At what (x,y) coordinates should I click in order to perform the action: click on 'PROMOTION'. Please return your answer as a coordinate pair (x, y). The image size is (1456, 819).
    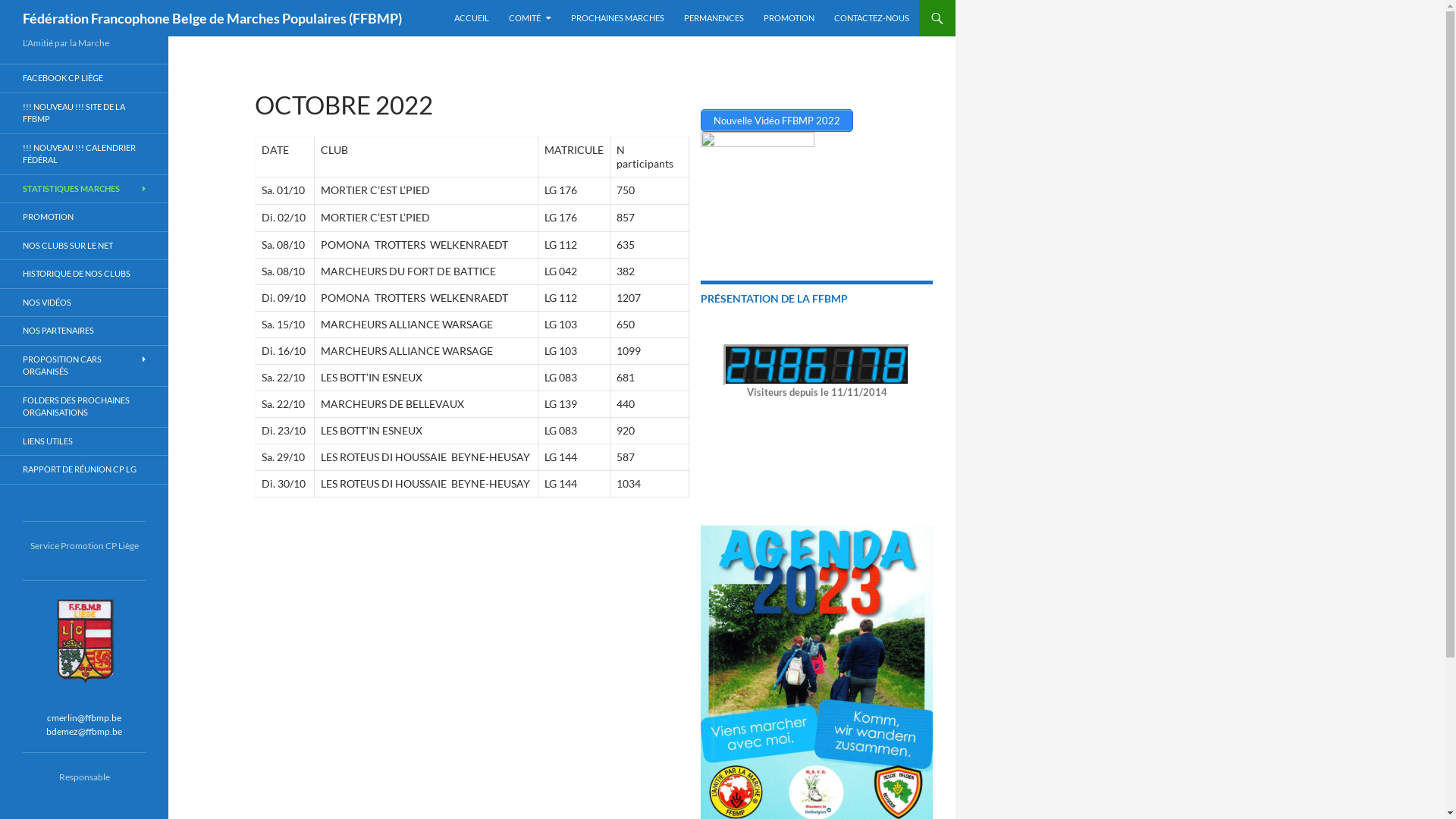
    Looking at the image, I should click on (83, 217).